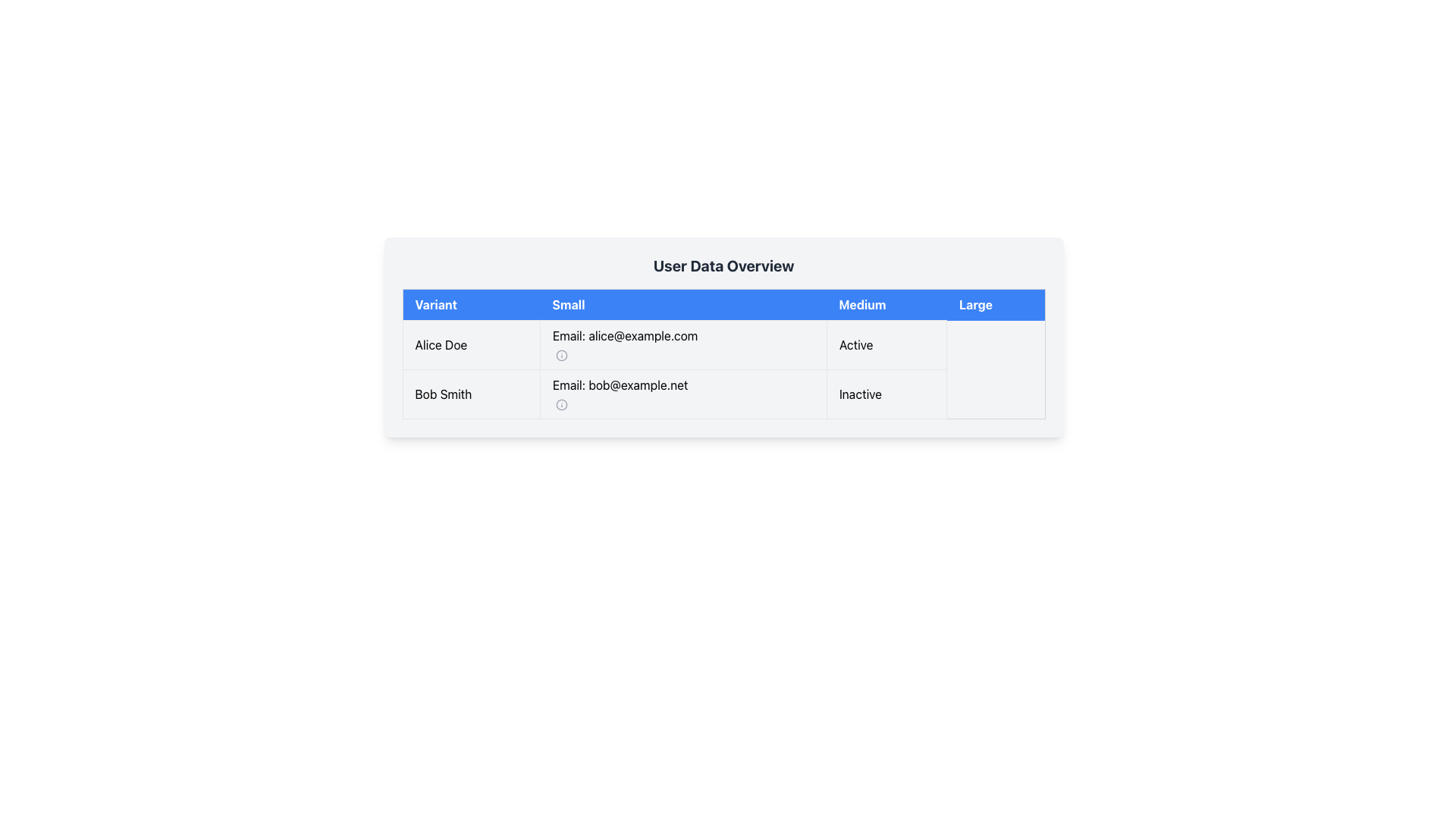  I want to click on the text label displaying 'Email: alice@example.com' located in the 'Small' column of the 'User Data Overview' table, so click(682, 335).